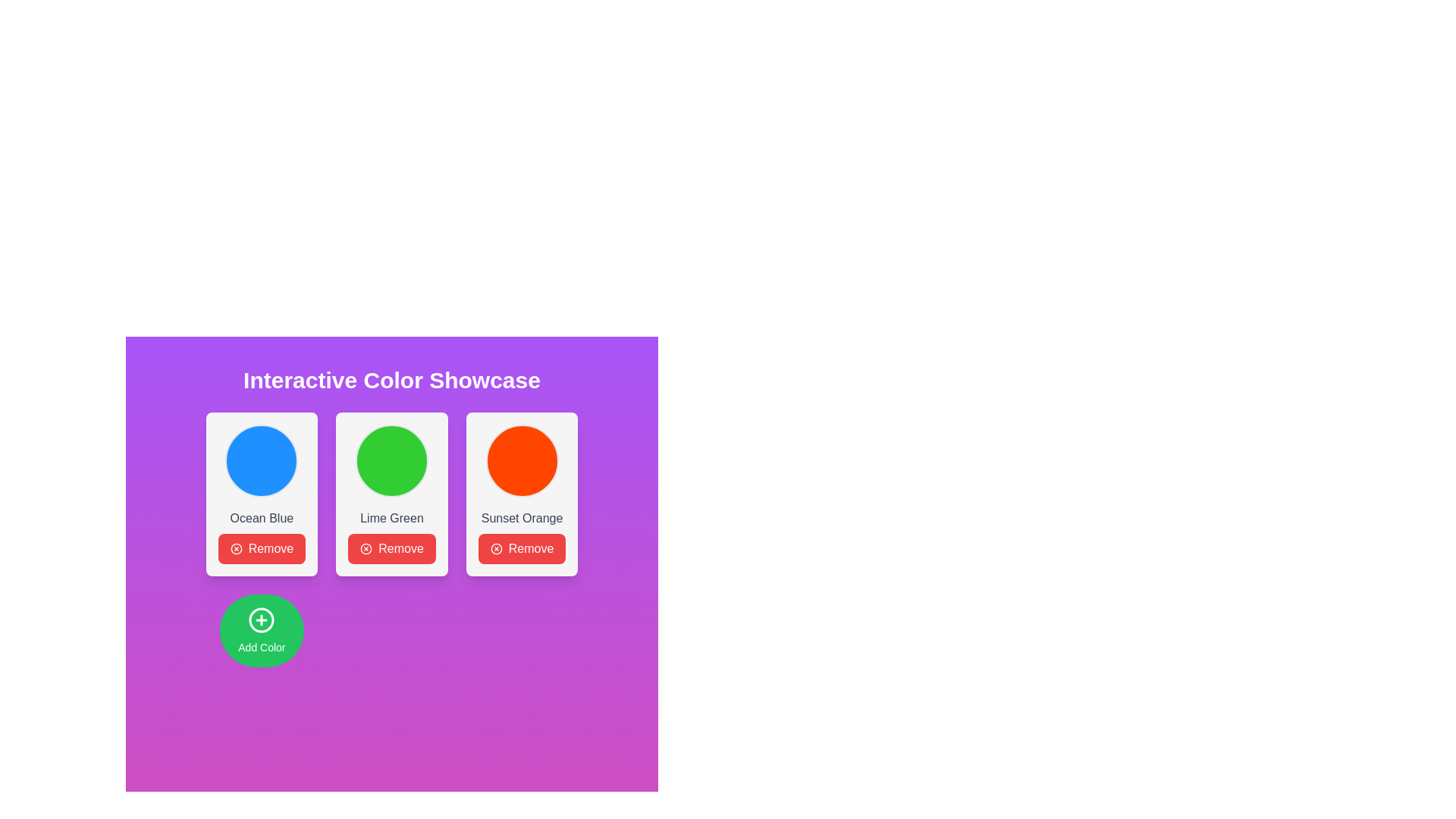 This screenshot has height=819, width=1456. What do you see at coordinates (522, 517) in the screenshot?
I see `the text label displaying 'Sunset Orange', which is located in the middle of a card, below a circular design and above a 'Remove' button` at bounding box center [522, 517].